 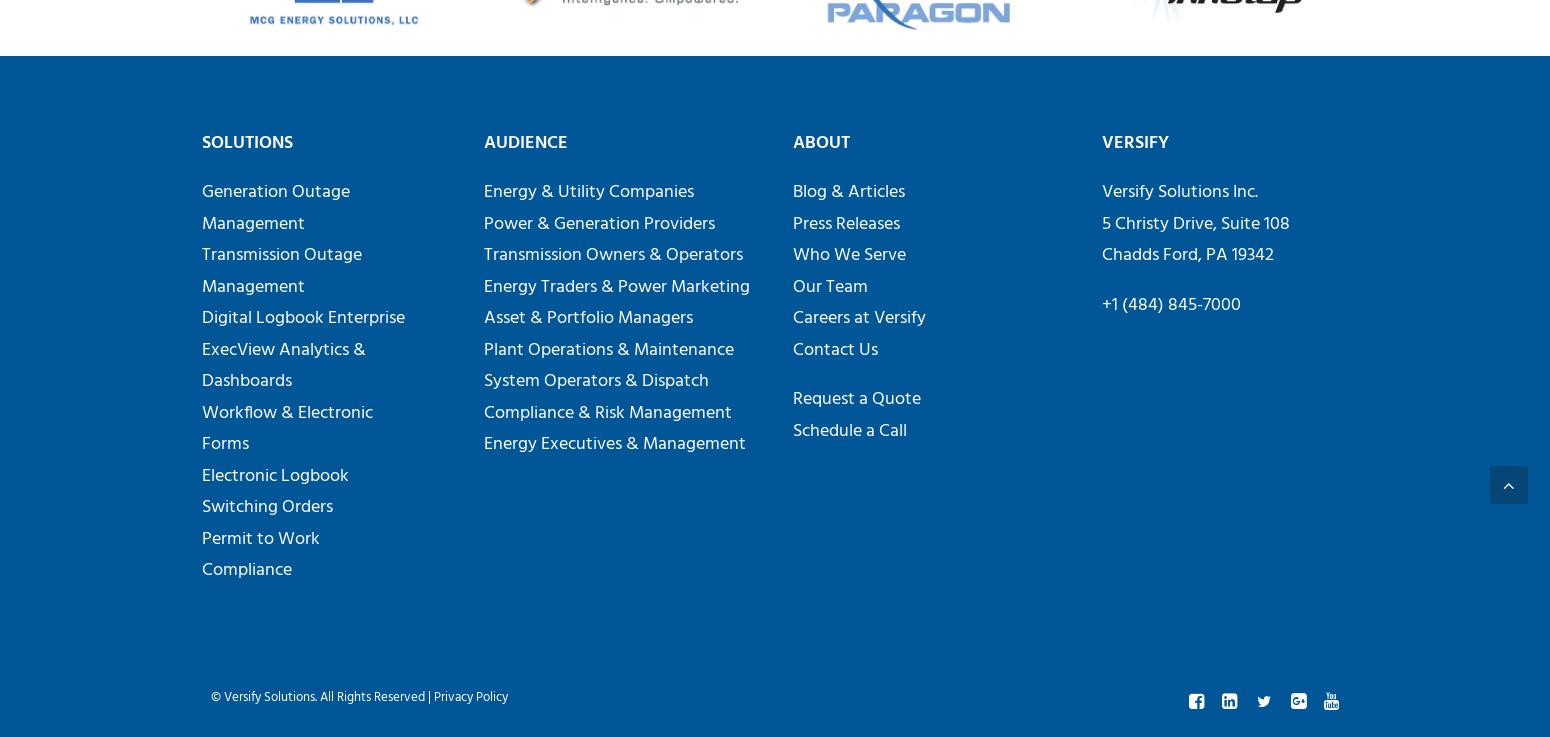 What do you see at coordinates (276, 207) in the screenshot?
I see `'Generation Outage Management'` at bounding box center [276, 207].